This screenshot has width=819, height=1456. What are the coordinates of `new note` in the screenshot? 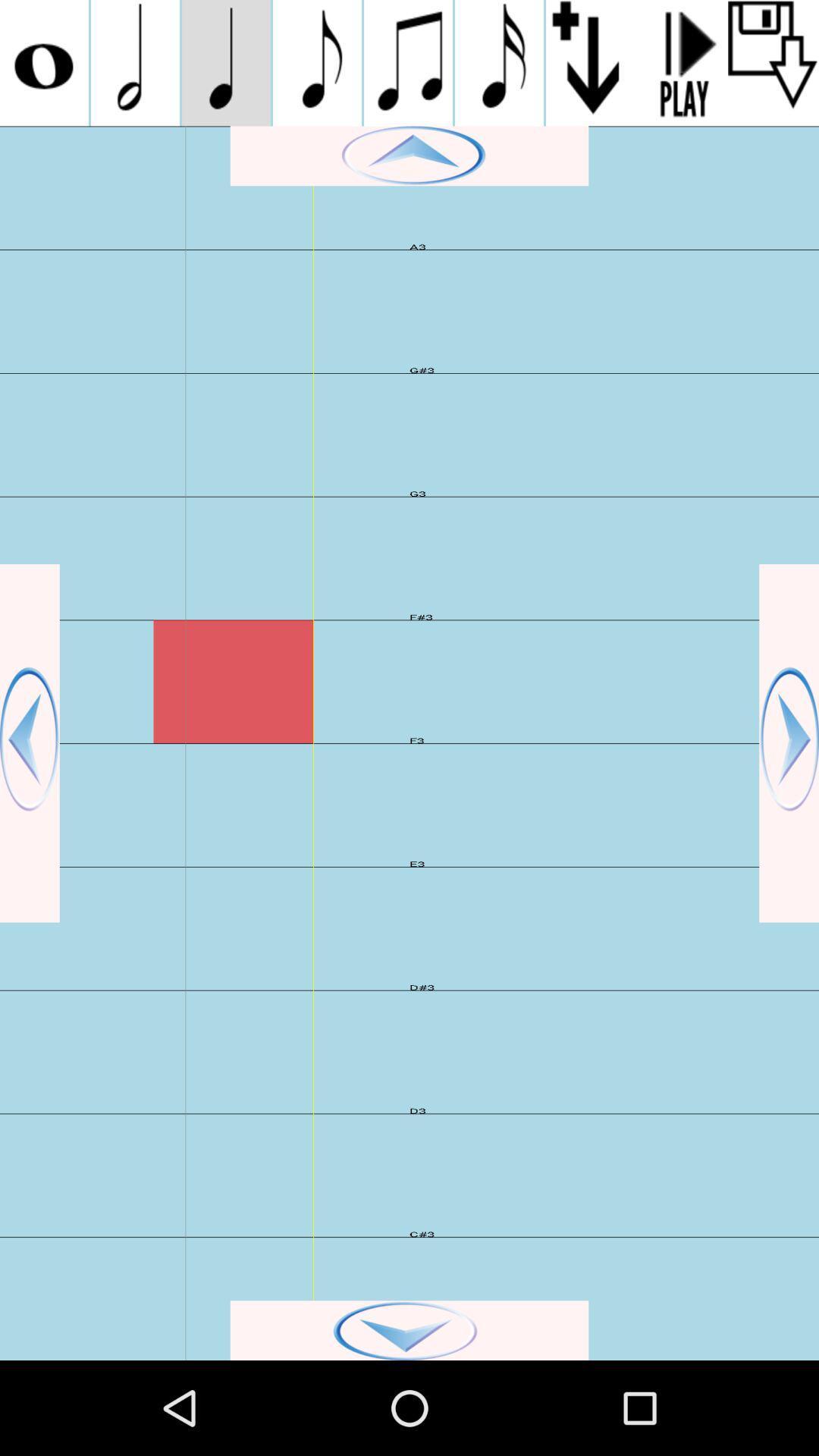 It's located at (316, 62).